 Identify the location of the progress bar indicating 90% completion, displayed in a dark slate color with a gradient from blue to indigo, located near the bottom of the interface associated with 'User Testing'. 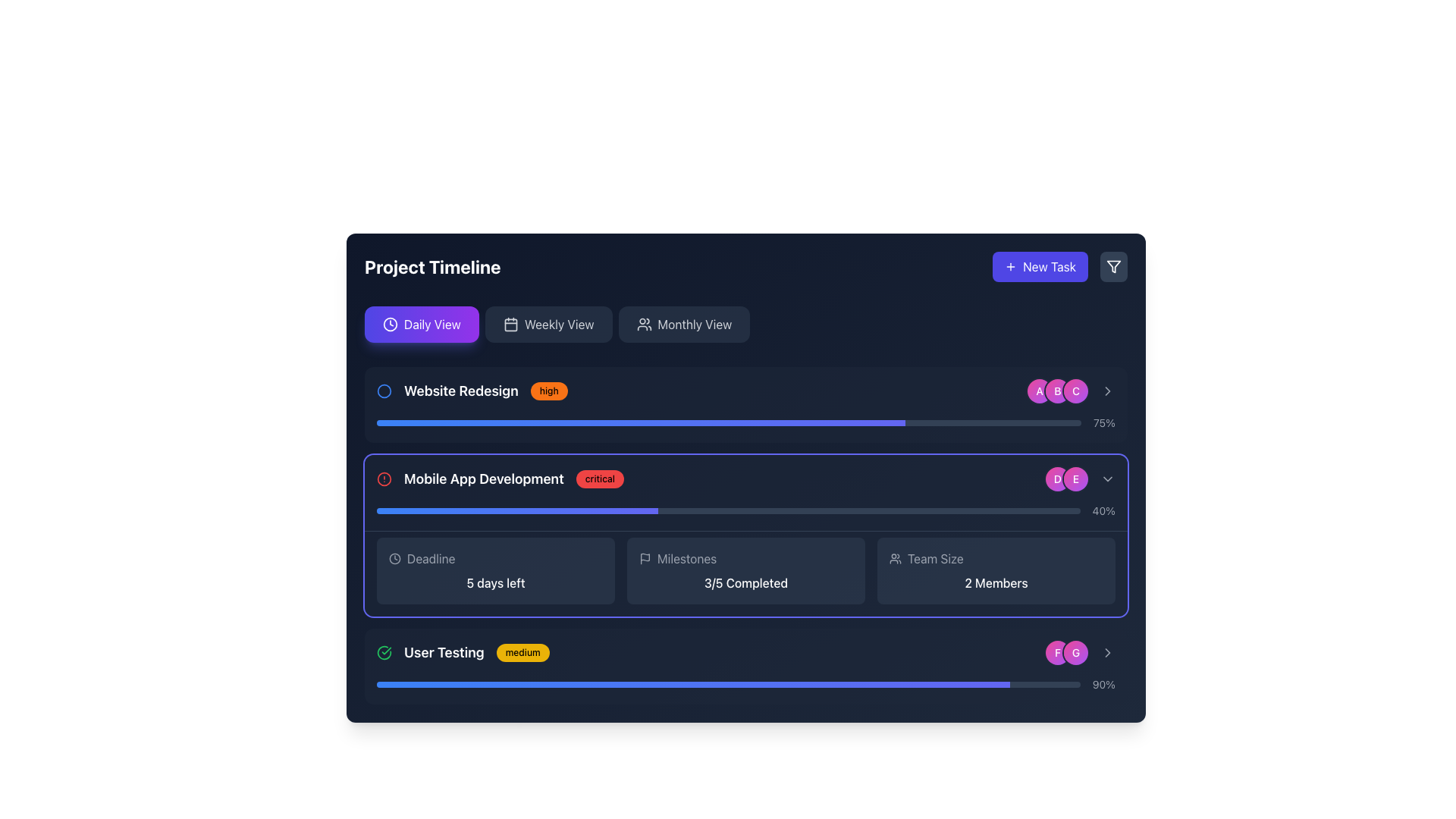
(728, 684).